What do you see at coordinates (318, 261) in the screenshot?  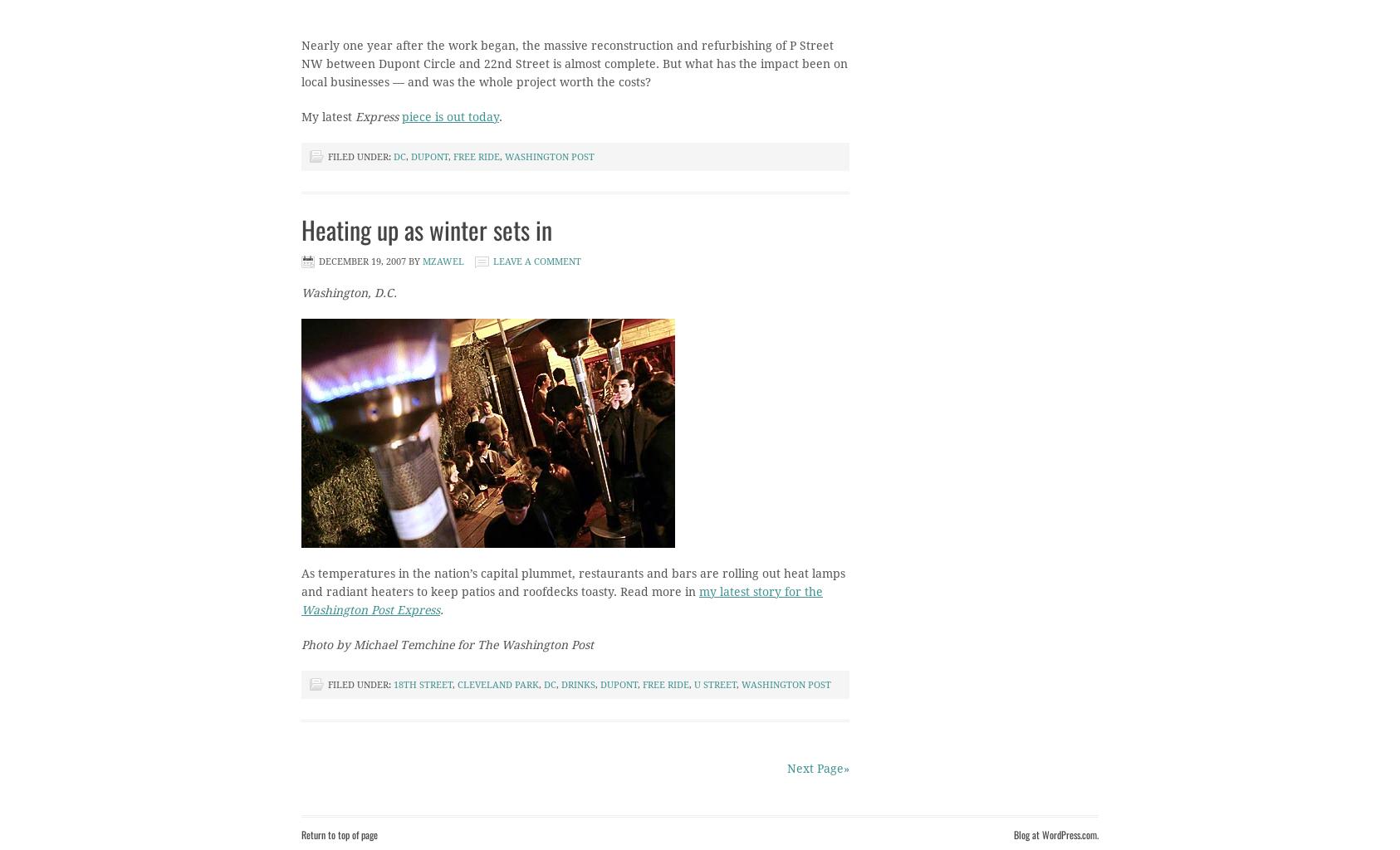 I see `'December 19, 2007'` at bounding box center [318, 261].